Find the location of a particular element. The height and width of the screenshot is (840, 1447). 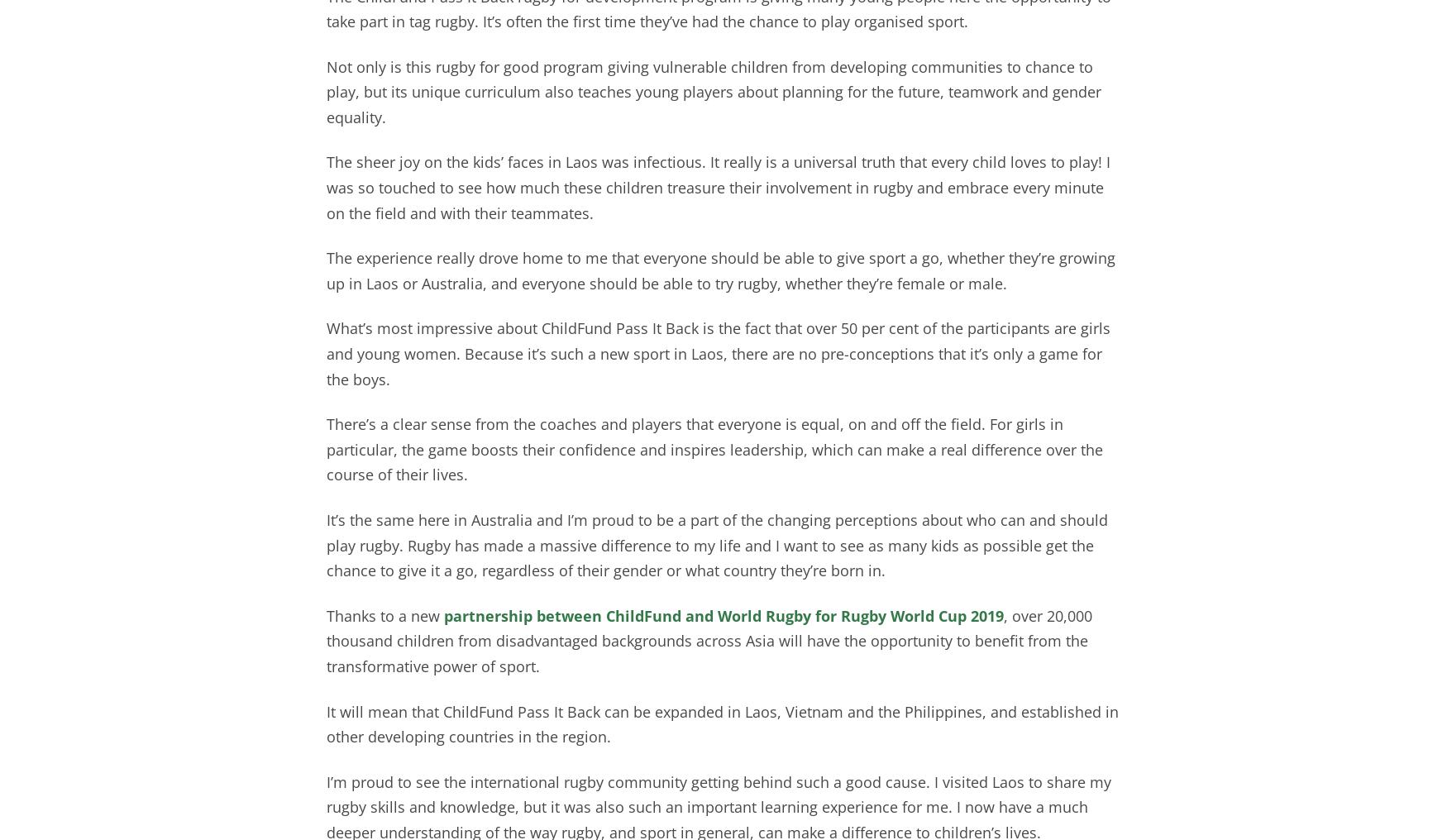

', over 20,000 thousand children from disadvantaged backgrounds across Asia will have the opportunity to benefit from the transformative power of sport.' is located at coordinates (325, 639).